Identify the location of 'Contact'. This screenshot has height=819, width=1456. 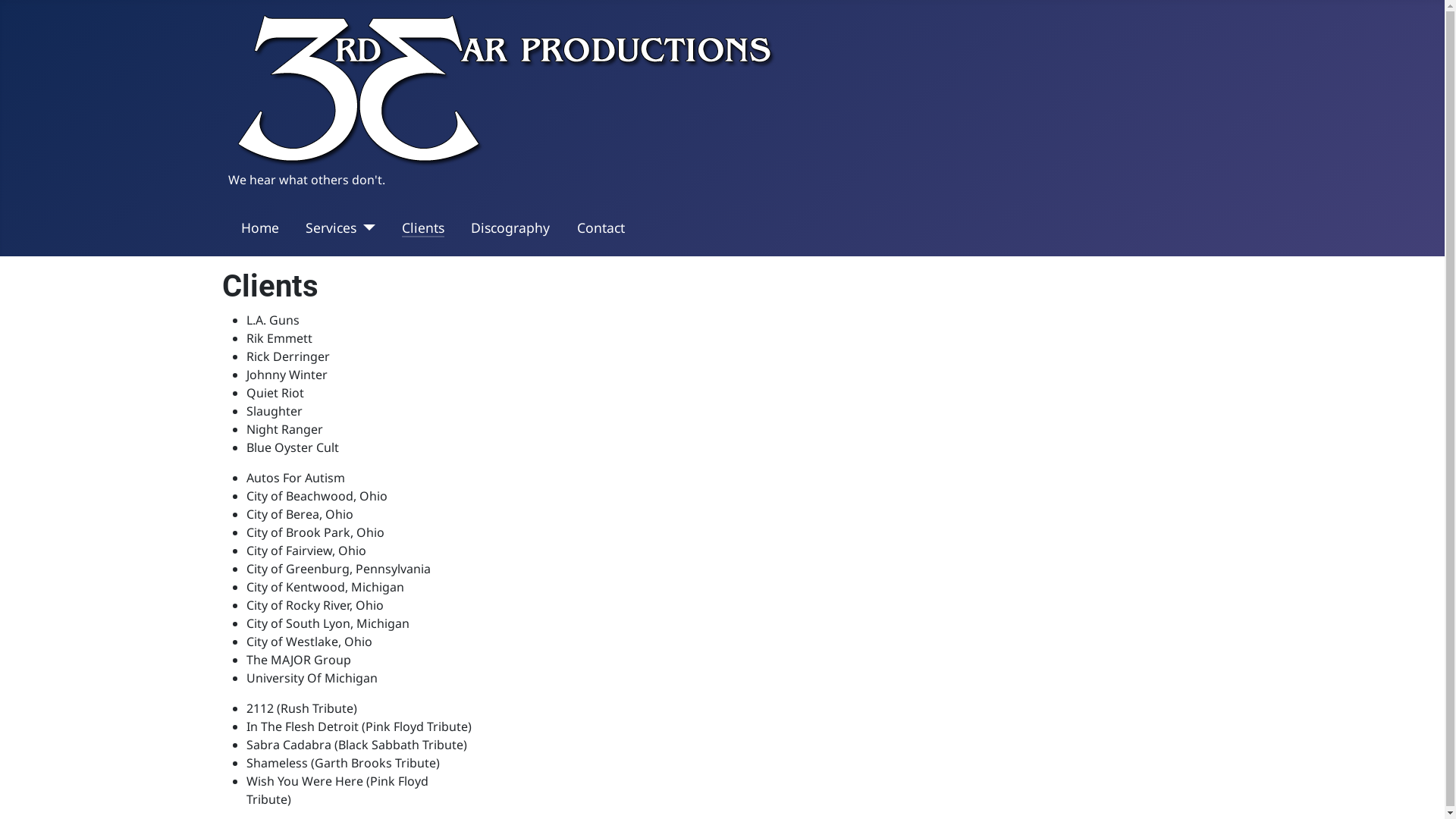
(600, 227).